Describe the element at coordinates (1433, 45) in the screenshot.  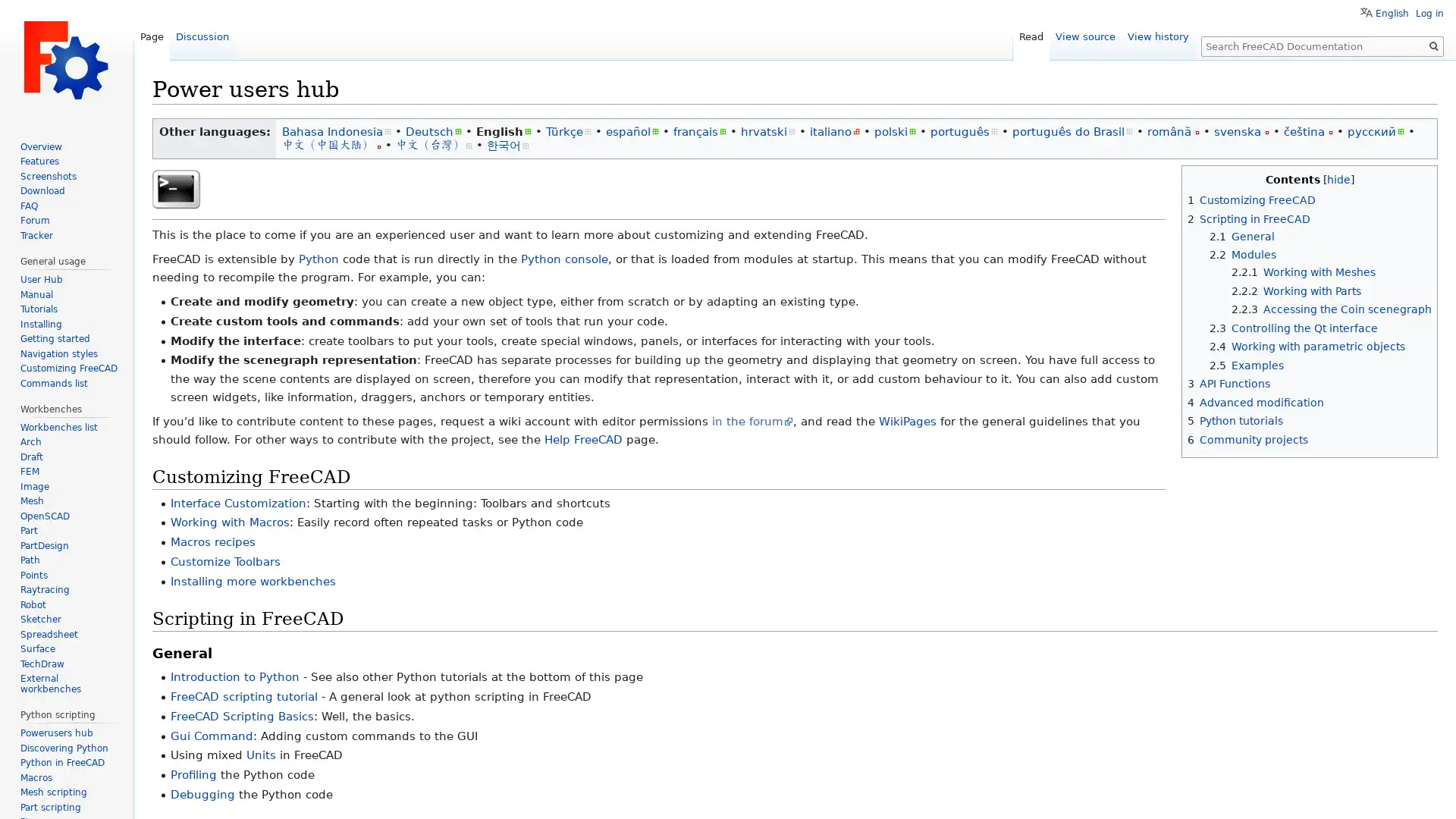
I see `Go` at that location.